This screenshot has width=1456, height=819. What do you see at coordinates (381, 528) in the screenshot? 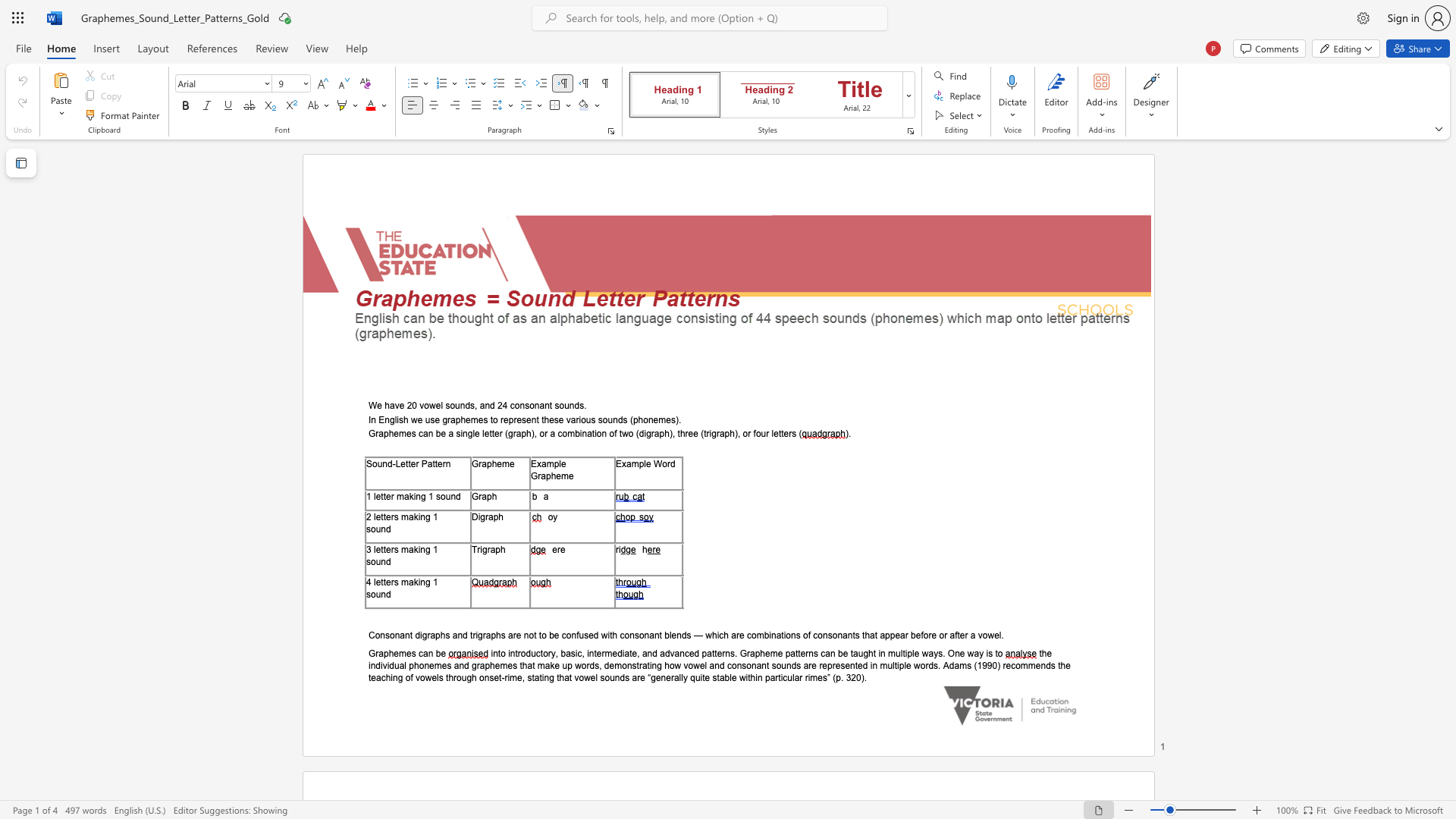
I see `the subset text "nd" within the text "2 letters making 1 sound"` at bounding box center [381, 528].